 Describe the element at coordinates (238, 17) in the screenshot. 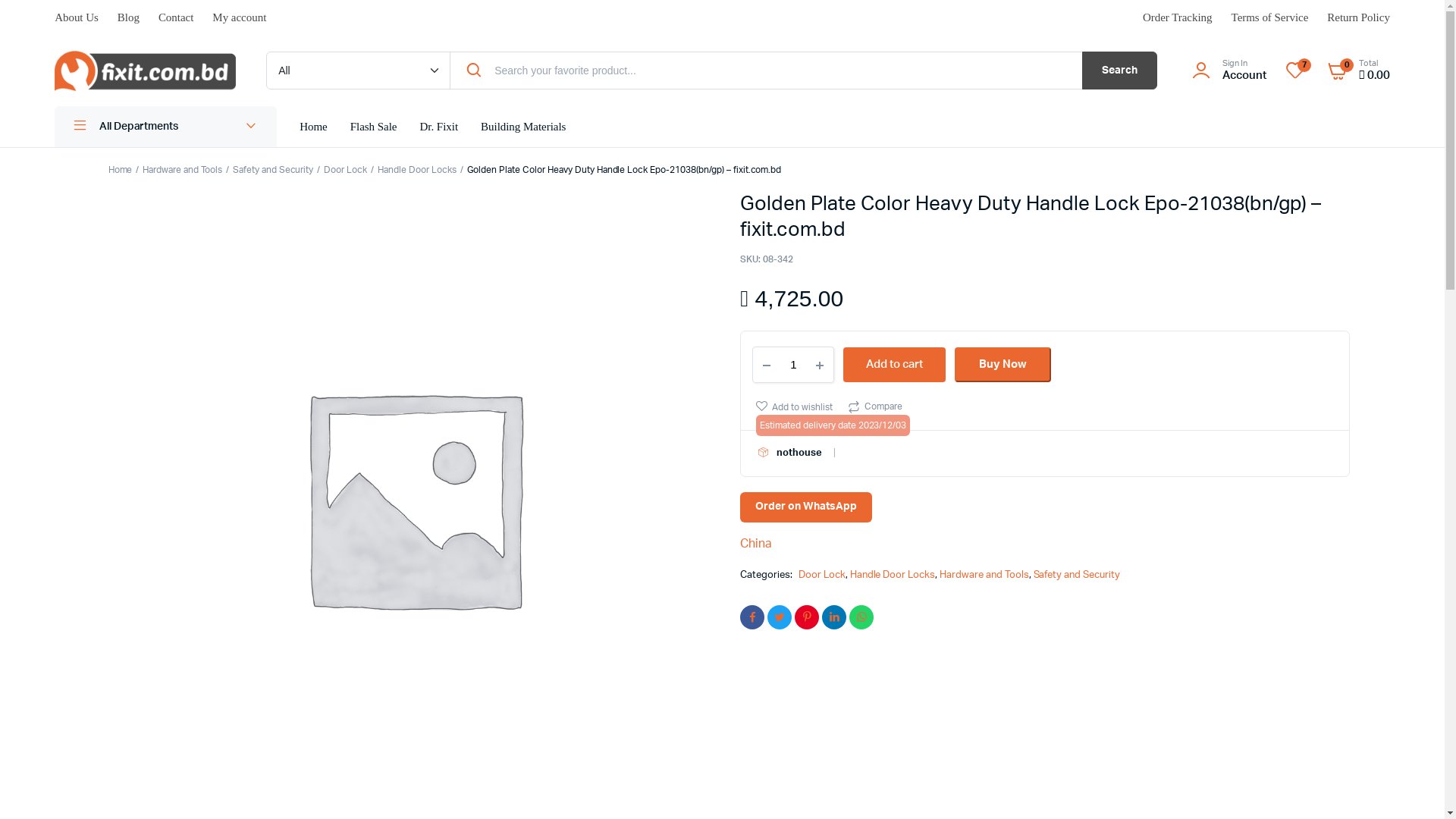

I see `'My account'` at that location.